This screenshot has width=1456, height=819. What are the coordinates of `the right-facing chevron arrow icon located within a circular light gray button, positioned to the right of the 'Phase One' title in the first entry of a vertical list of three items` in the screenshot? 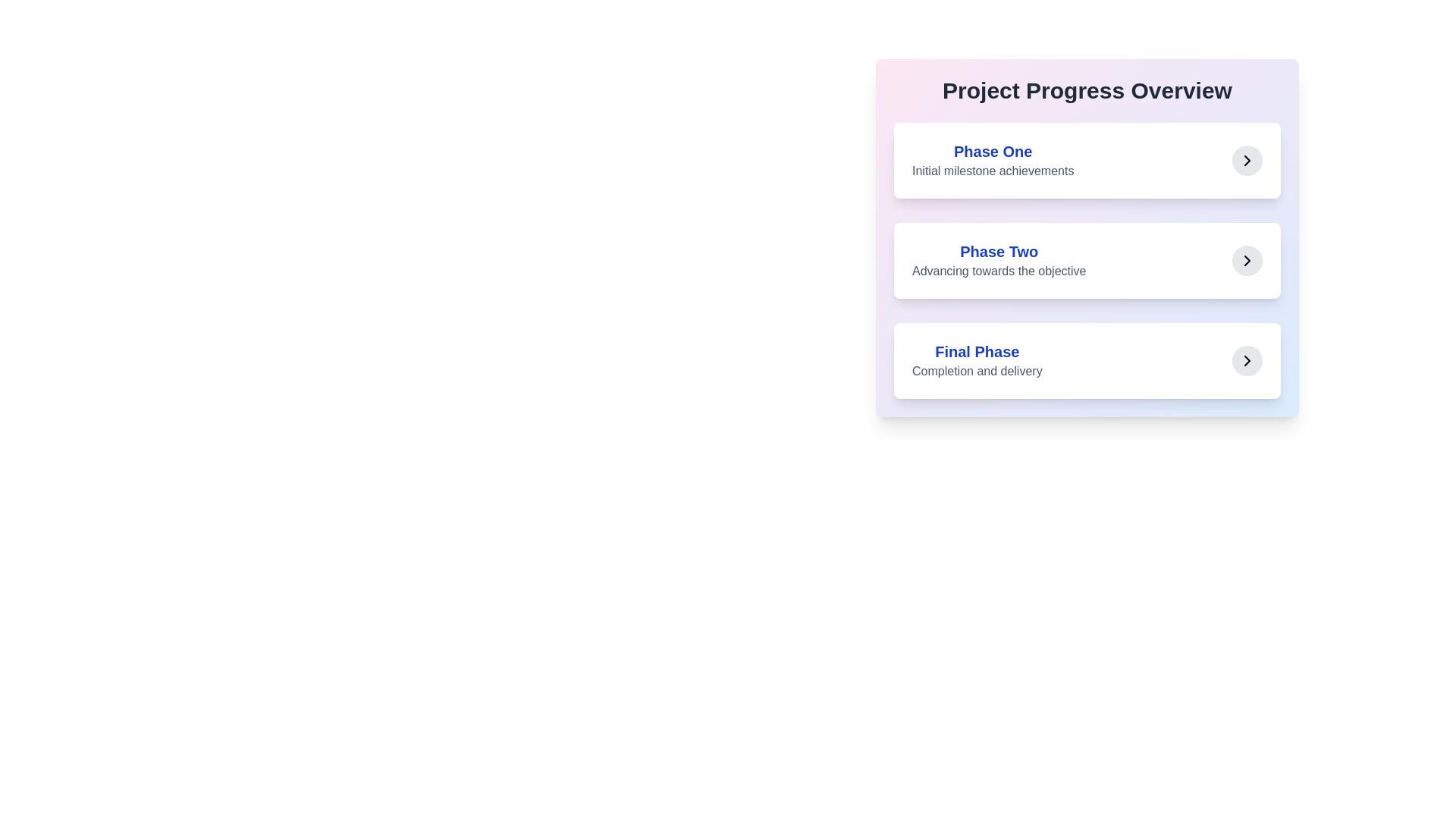 It's located at (1247, 161).